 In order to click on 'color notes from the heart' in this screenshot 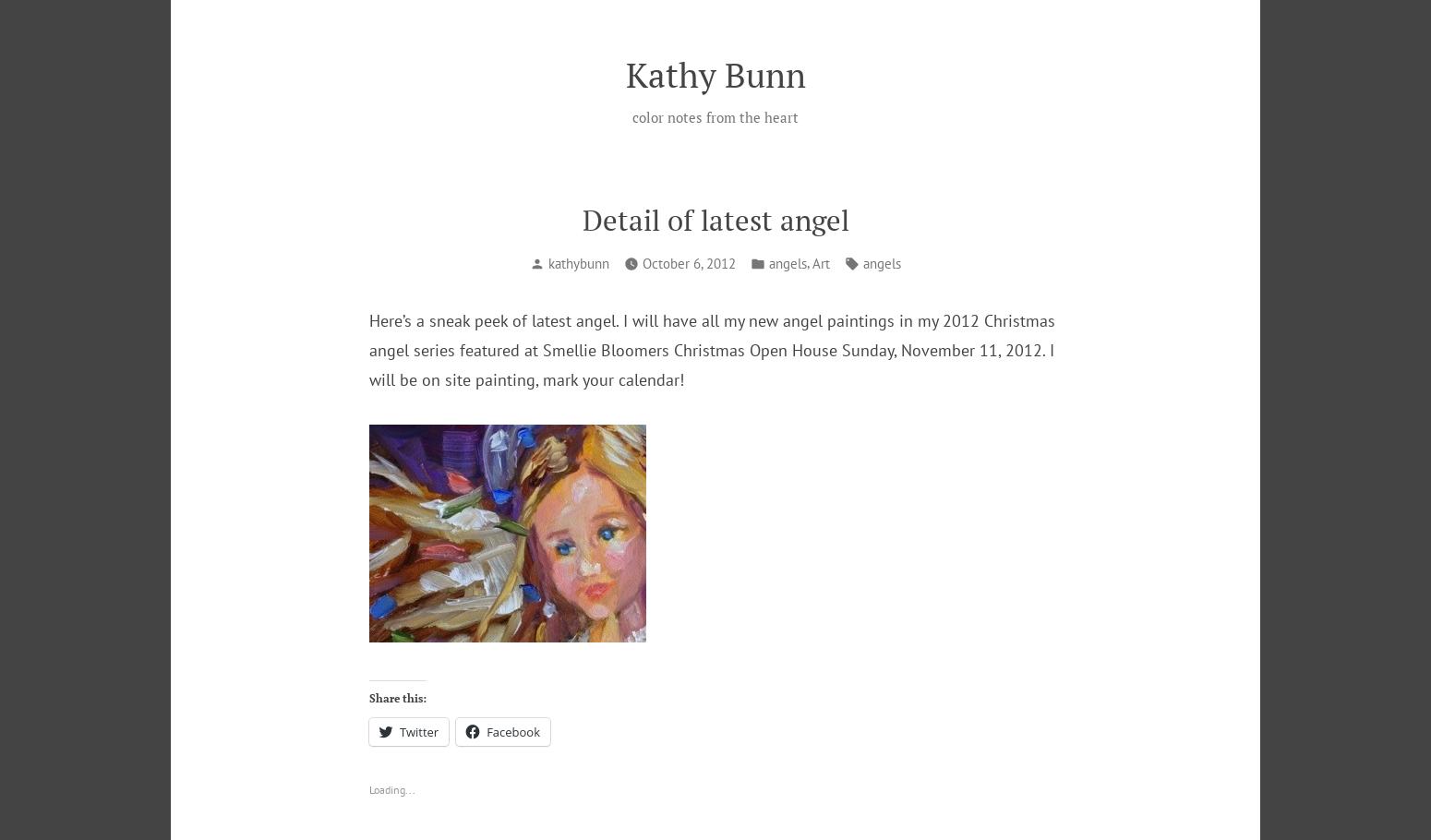, I will do `click(631, 117)`.